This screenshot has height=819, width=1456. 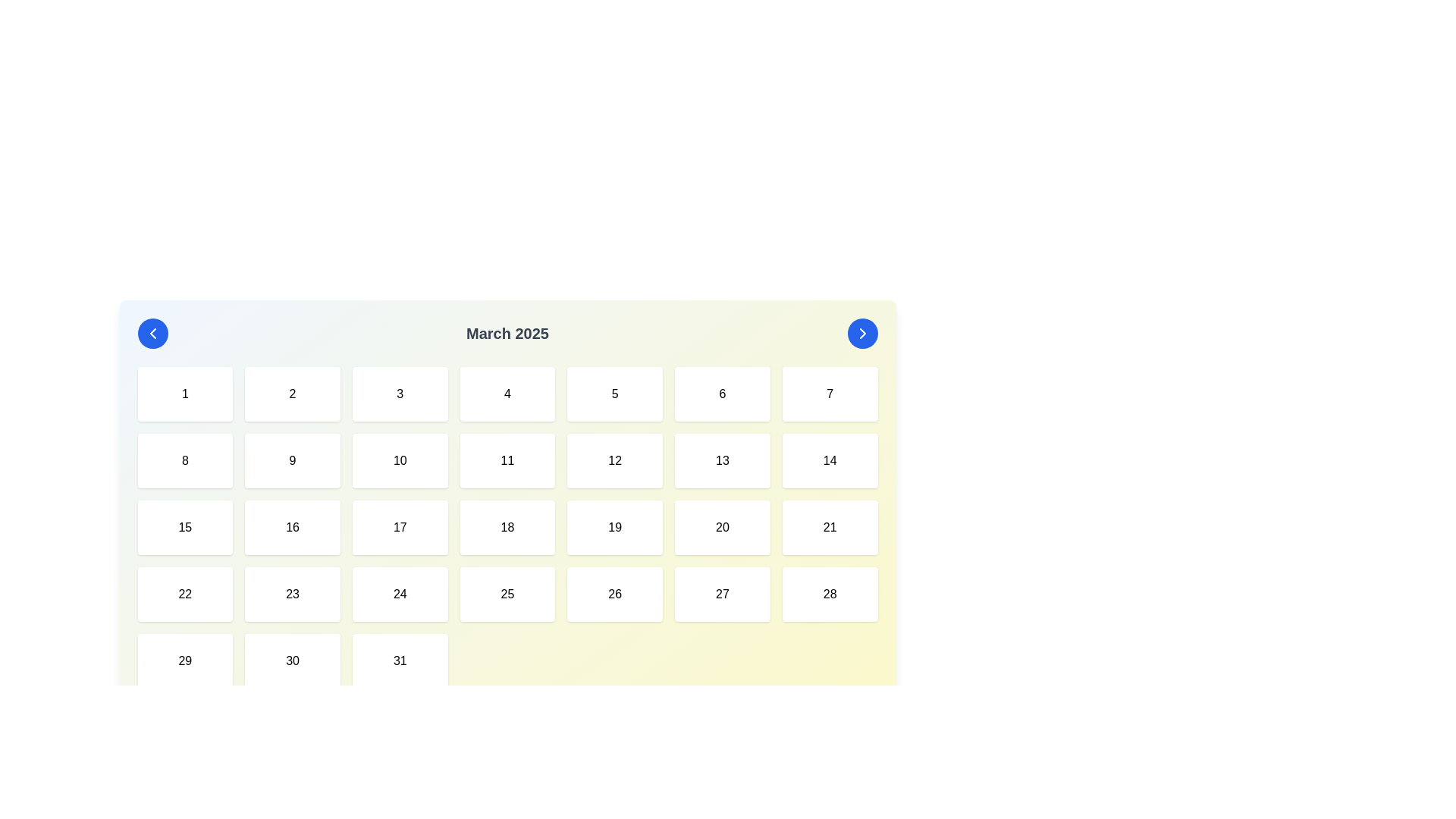 I want to click on the Interactive calendar day box representing the day '19' in March 2025, so click(x=615, y=526).